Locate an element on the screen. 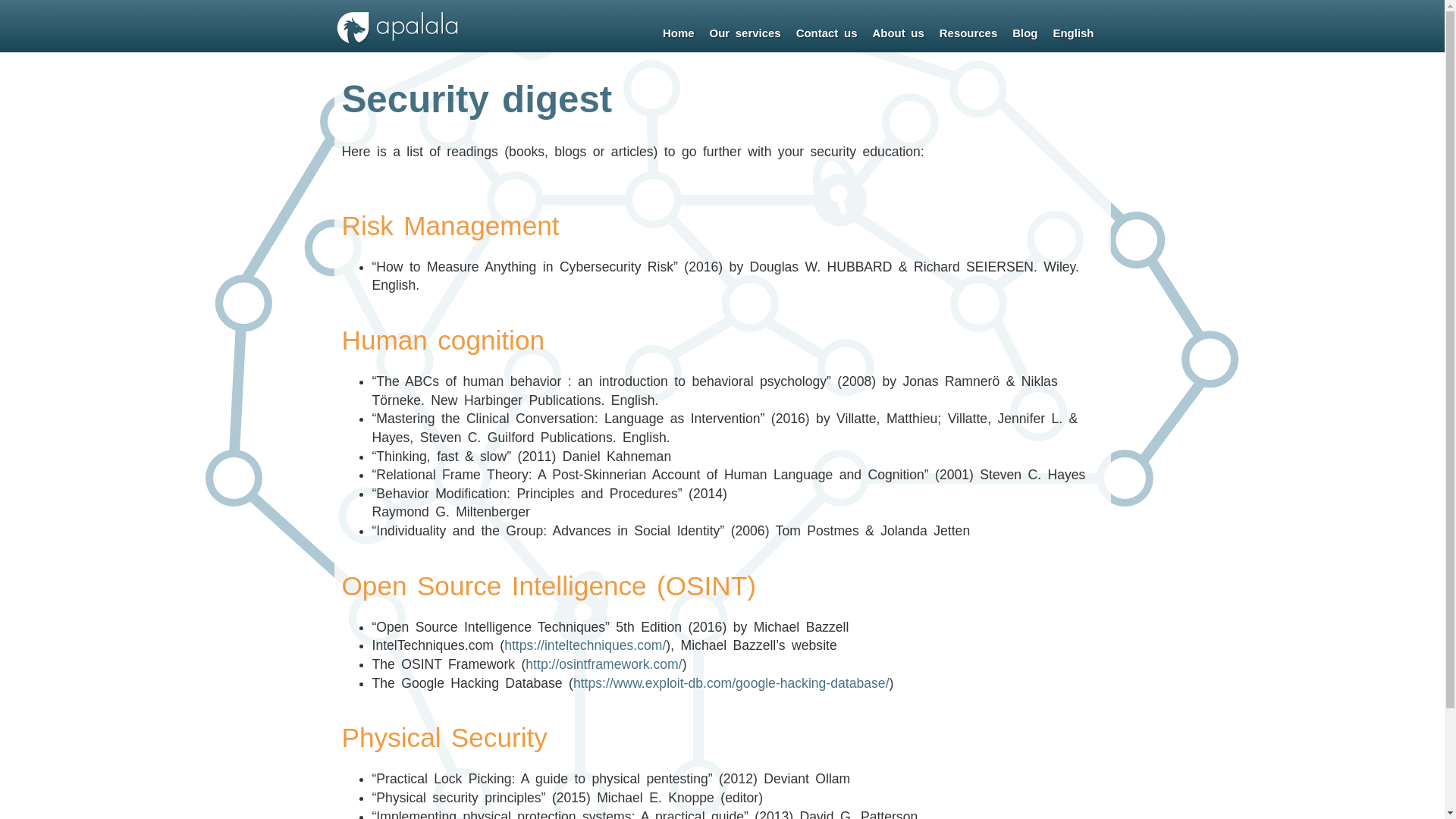  'Home' is located at coordinates (677, 33).